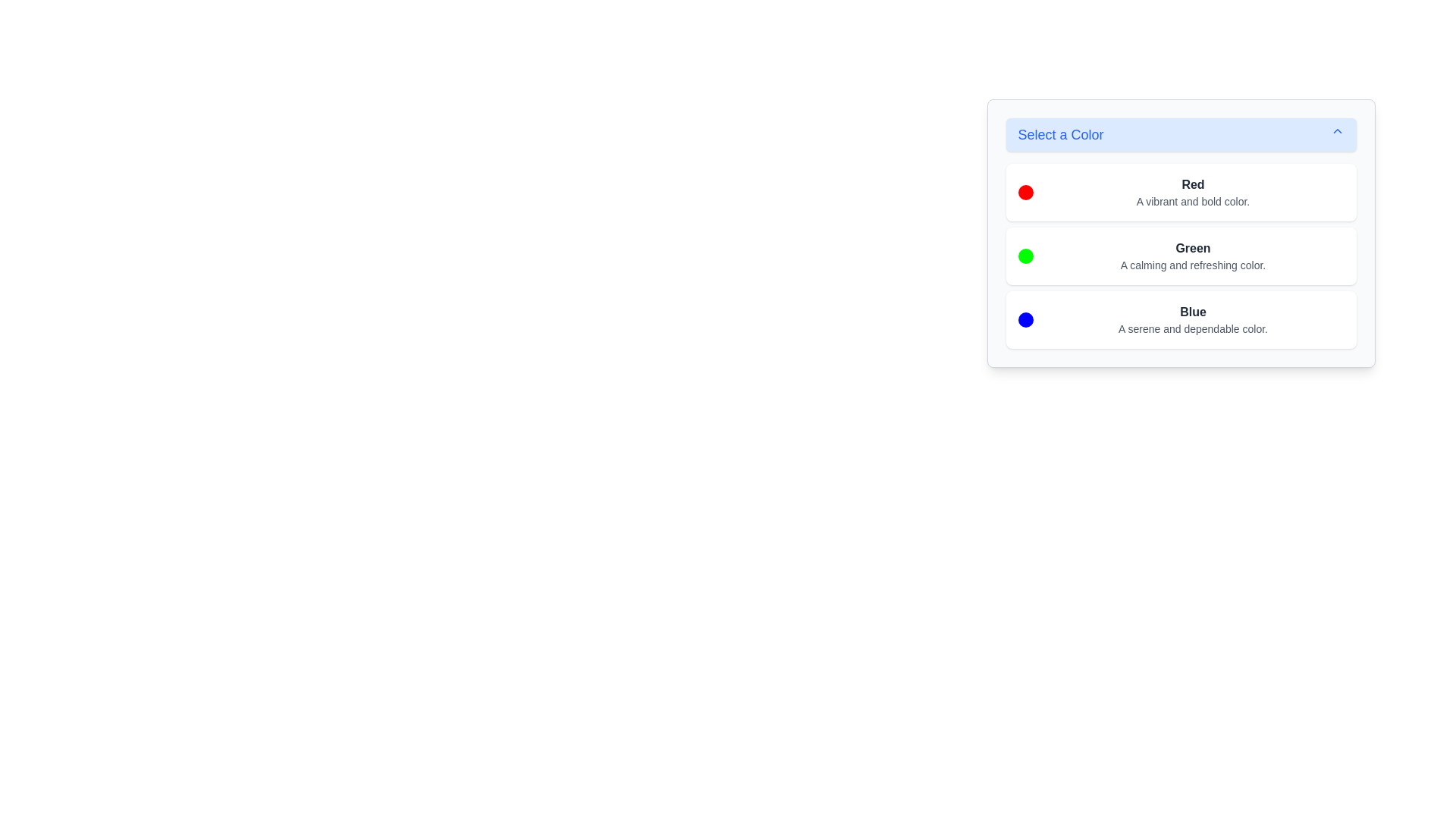 This screenshot has height=819, width=1456. What do you see at coordinates (1180, 192) in the screenshot?
I see `the first Card component in the vertically stacked list that visually represents the color 'Red' and provides descriptive text about its attributes` at bounding box center [1180, 192].